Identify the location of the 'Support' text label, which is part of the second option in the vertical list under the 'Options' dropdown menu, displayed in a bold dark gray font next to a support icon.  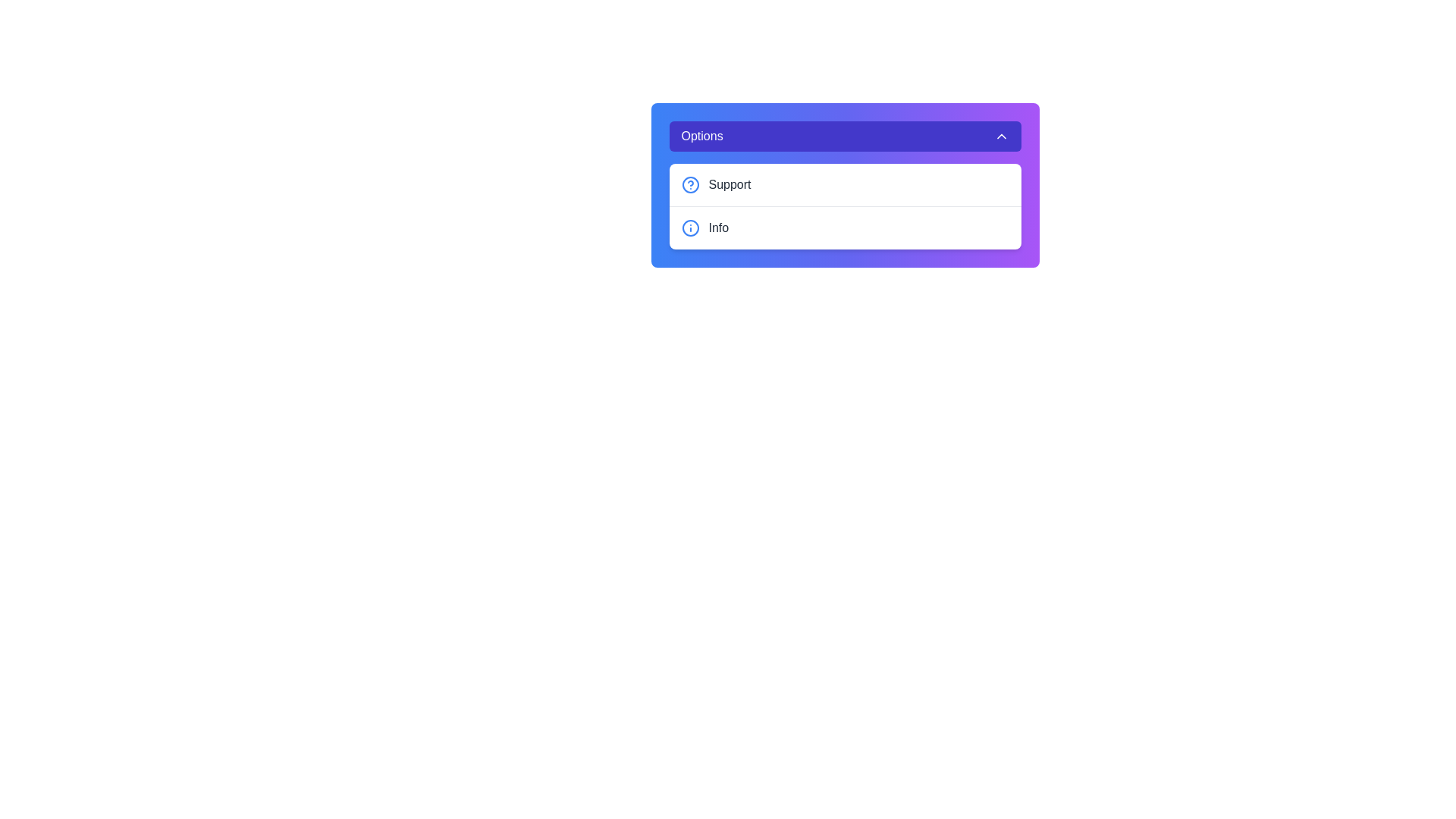
(730, 184).